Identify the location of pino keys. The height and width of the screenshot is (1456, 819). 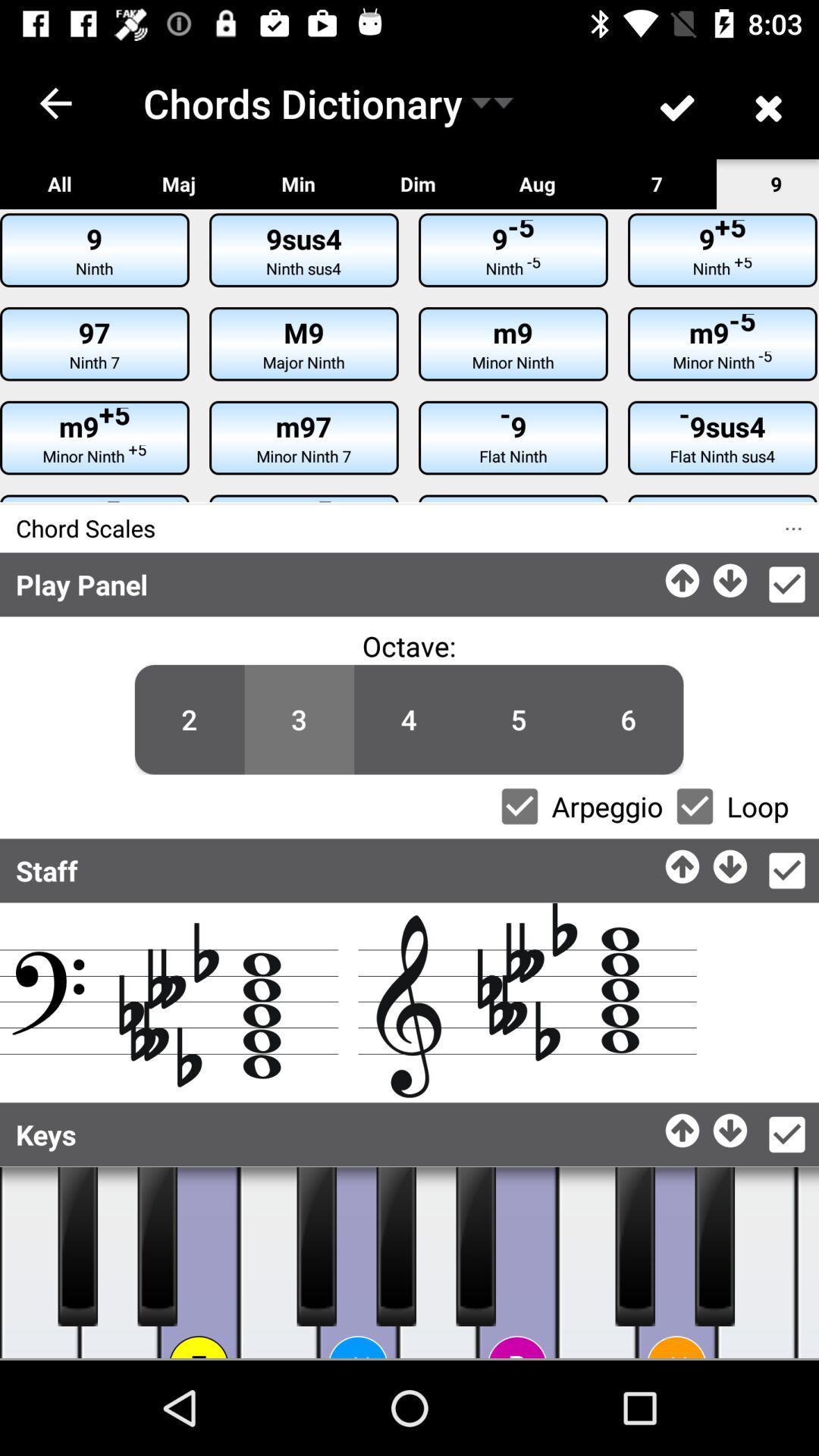
(395, 1246).